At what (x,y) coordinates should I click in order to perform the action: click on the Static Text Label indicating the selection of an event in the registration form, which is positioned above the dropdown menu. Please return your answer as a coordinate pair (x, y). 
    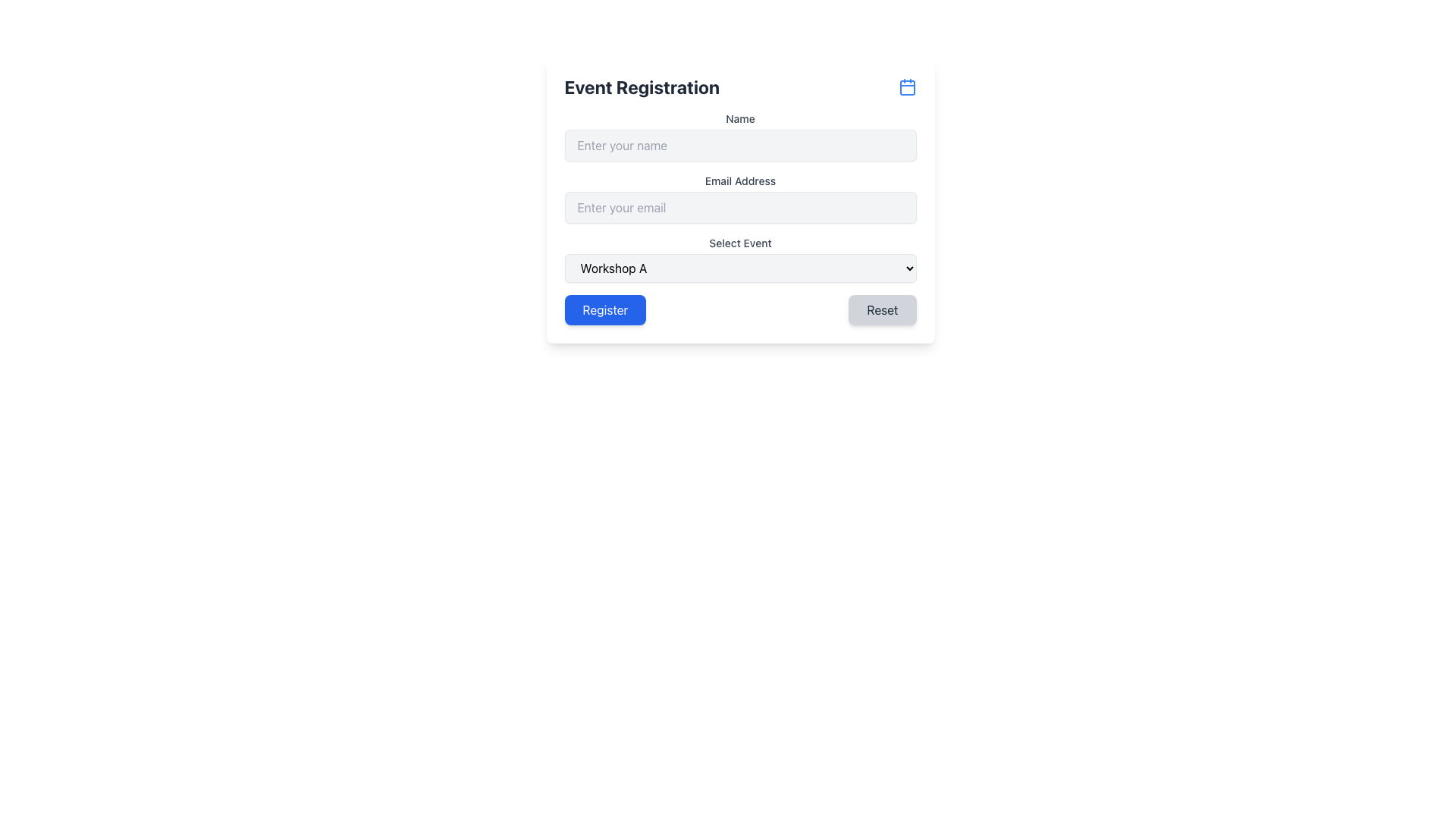
    Looking at the image, I should click on (740, 242).